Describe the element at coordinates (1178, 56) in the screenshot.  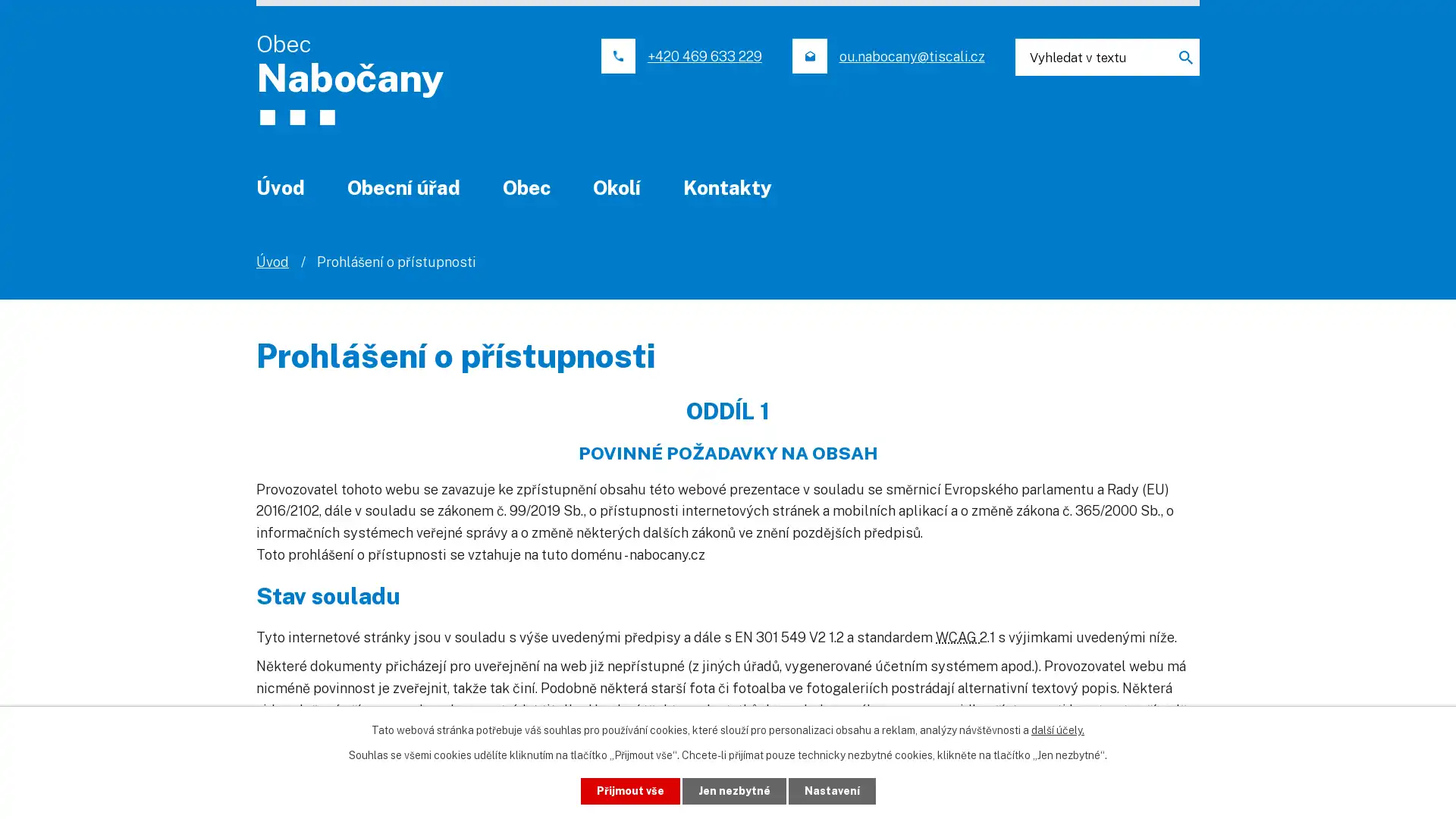
I see `Hledat` at that location.